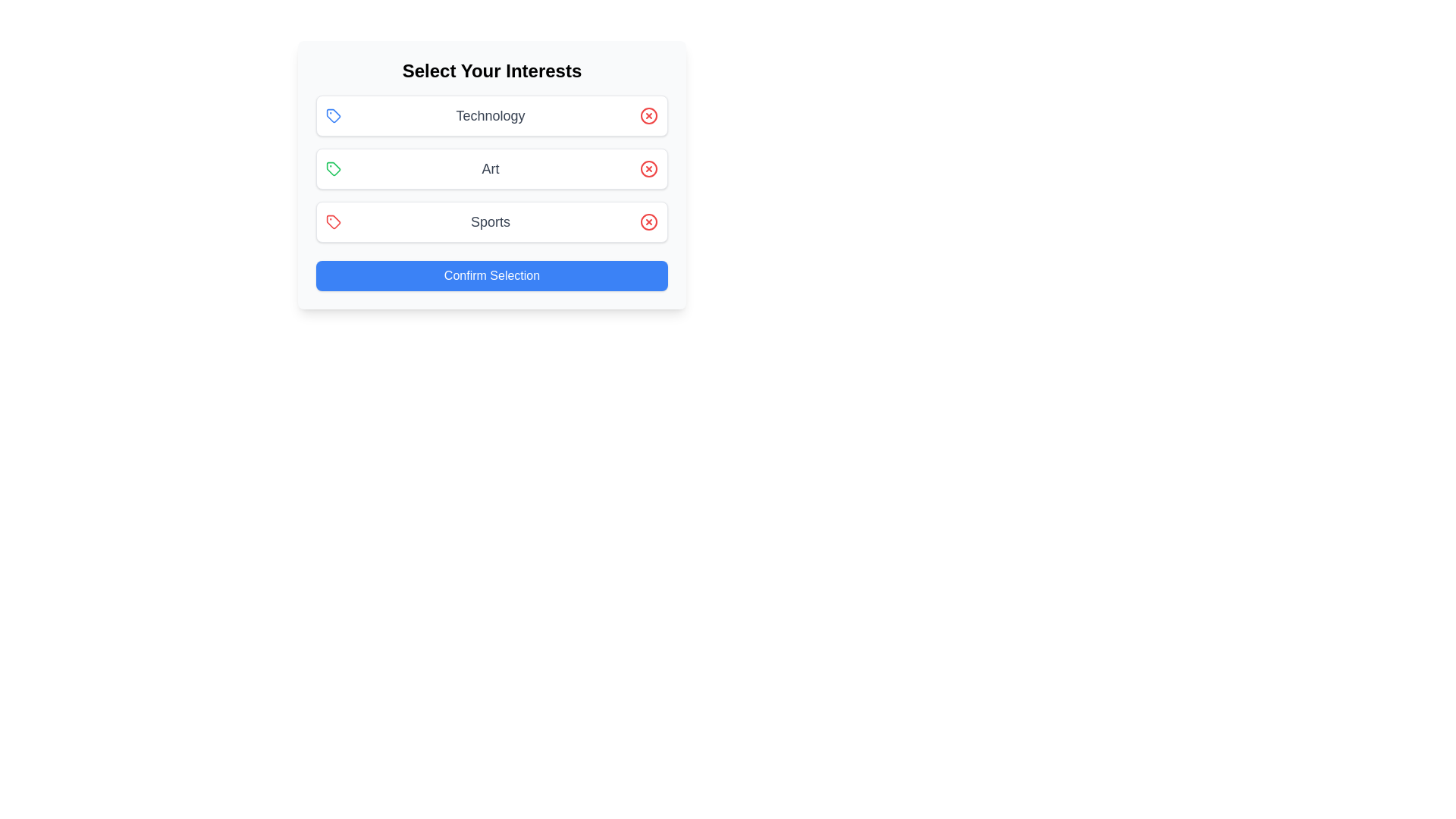 The image size is (1456, 819). What do you see at coordinates (648, 169) in the screenshot?
I see `close button for the interest labeled Art to remove it` at bounding box center [648, 169].